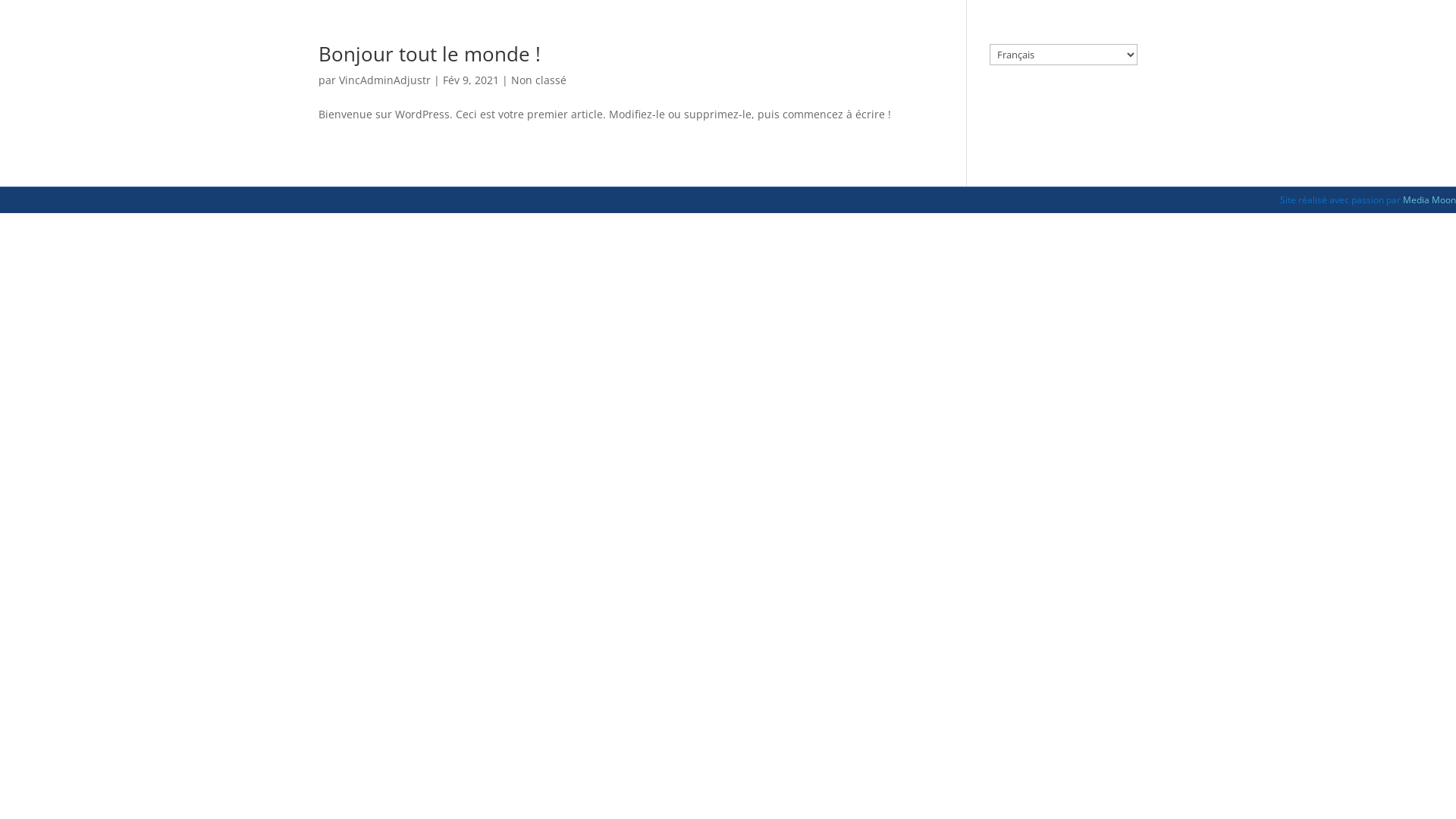 The image size is (1456, 819). What do you see at coordinates (428, 52) in the screenshot?
I see `'Bonjour tout le monde !'` at bounding box center [428, 52].